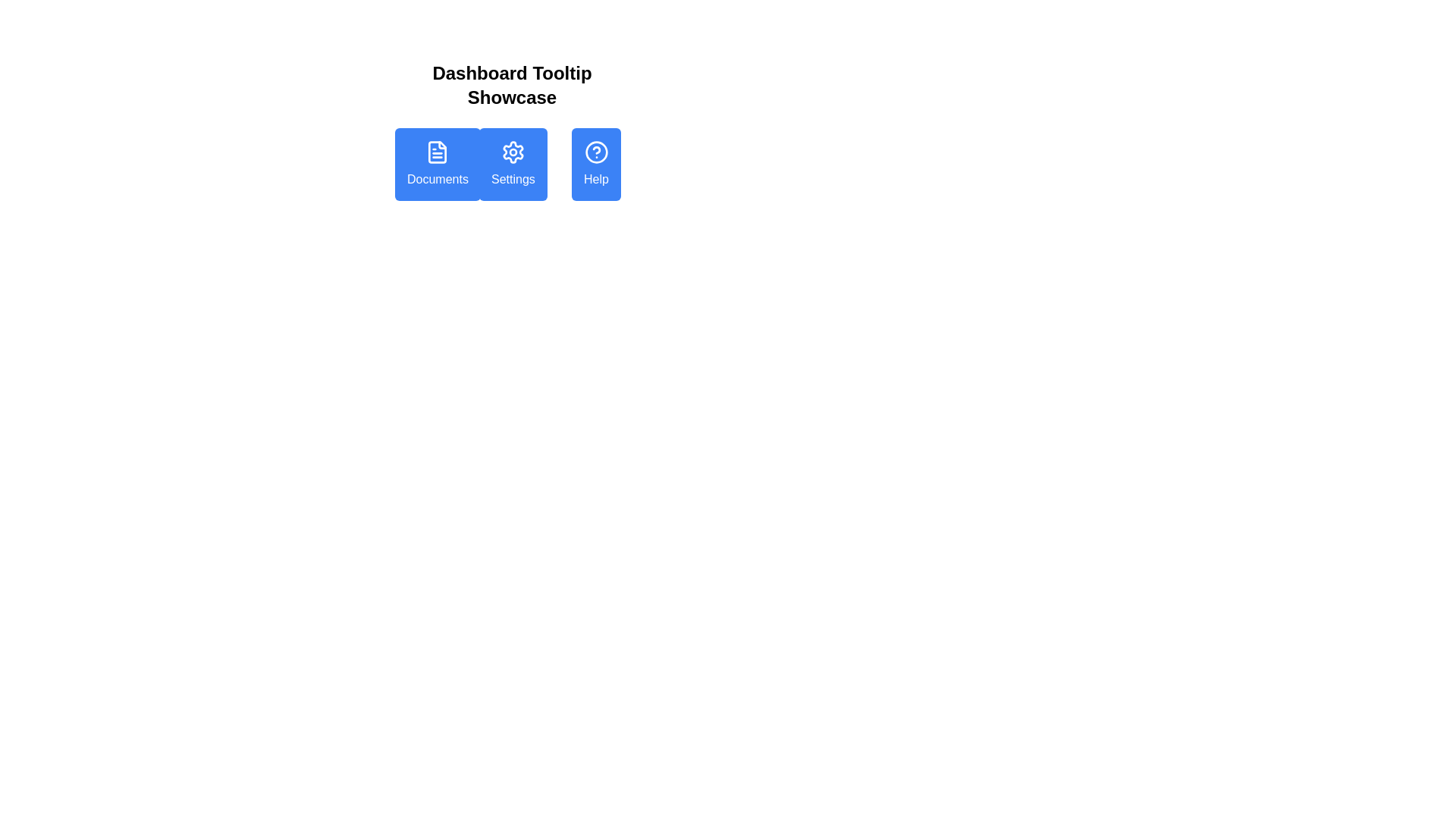 This screenshot has width=1456, height=819. Describe the element at coordinates (595, 164) in the screenshot. I see `the help button located in the top-right section of the main button group below the 'Dashboard Tooltip Showcase' heading` at that location.